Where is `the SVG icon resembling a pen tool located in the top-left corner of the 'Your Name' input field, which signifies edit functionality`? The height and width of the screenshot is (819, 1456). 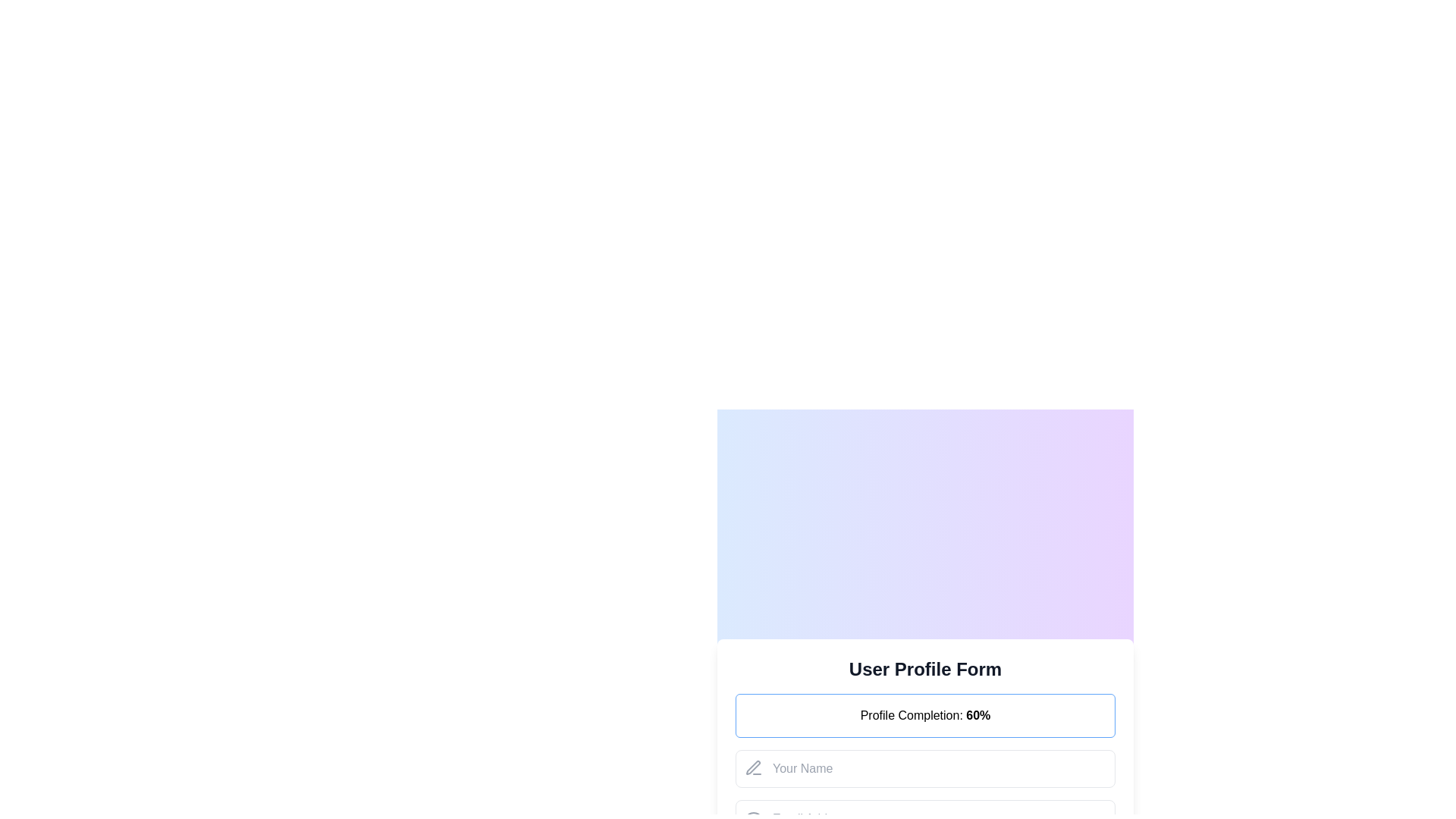
the SVG icon resembling a pen tool located in the top-left corner of the 'Your Name' input field, which signifies edit functionality is located at coordinates (753, 767).